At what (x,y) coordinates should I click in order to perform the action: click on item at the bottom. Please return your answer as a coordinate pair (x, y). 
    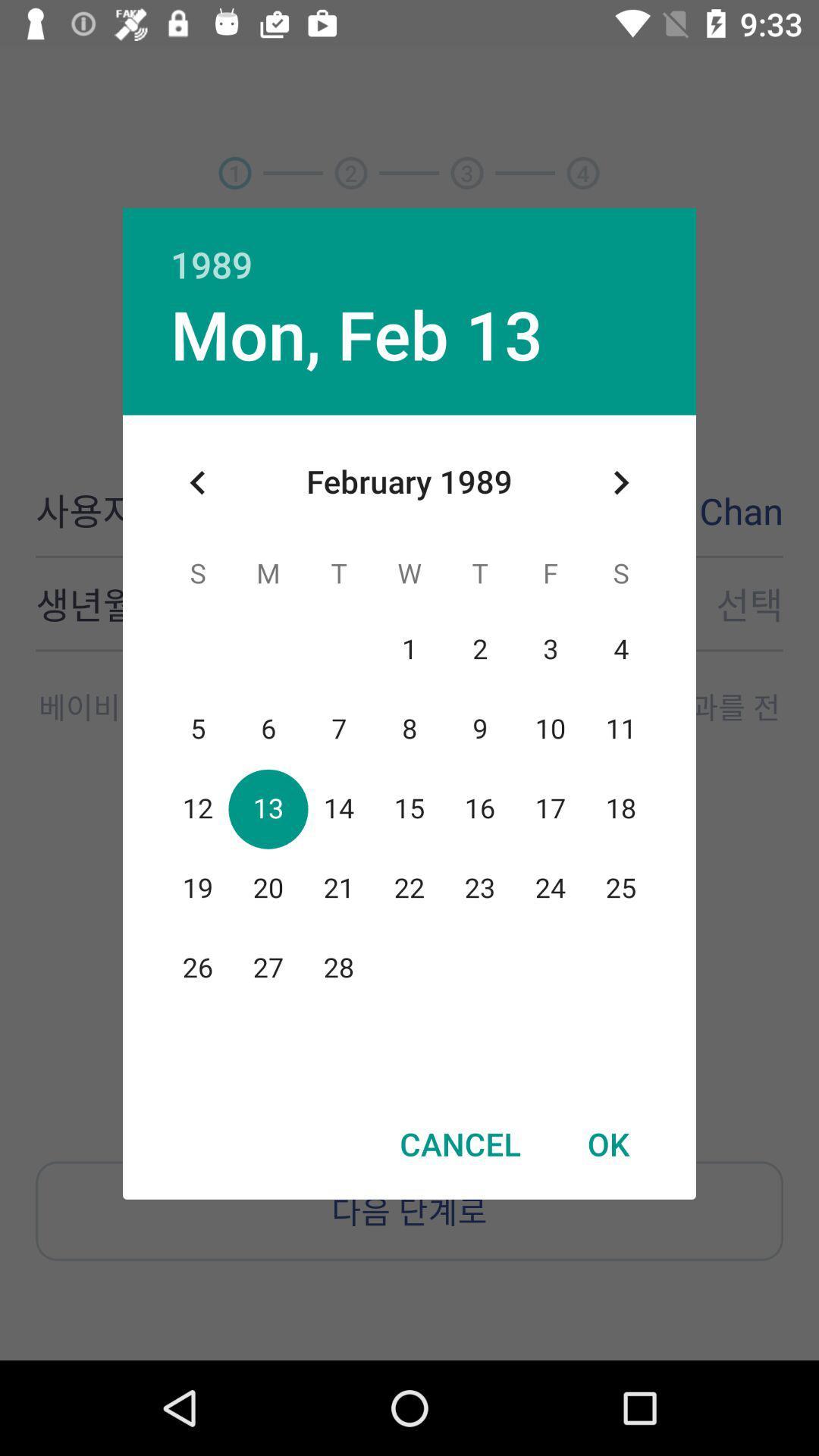
    Looking at the image, I should click on (460, 1144).